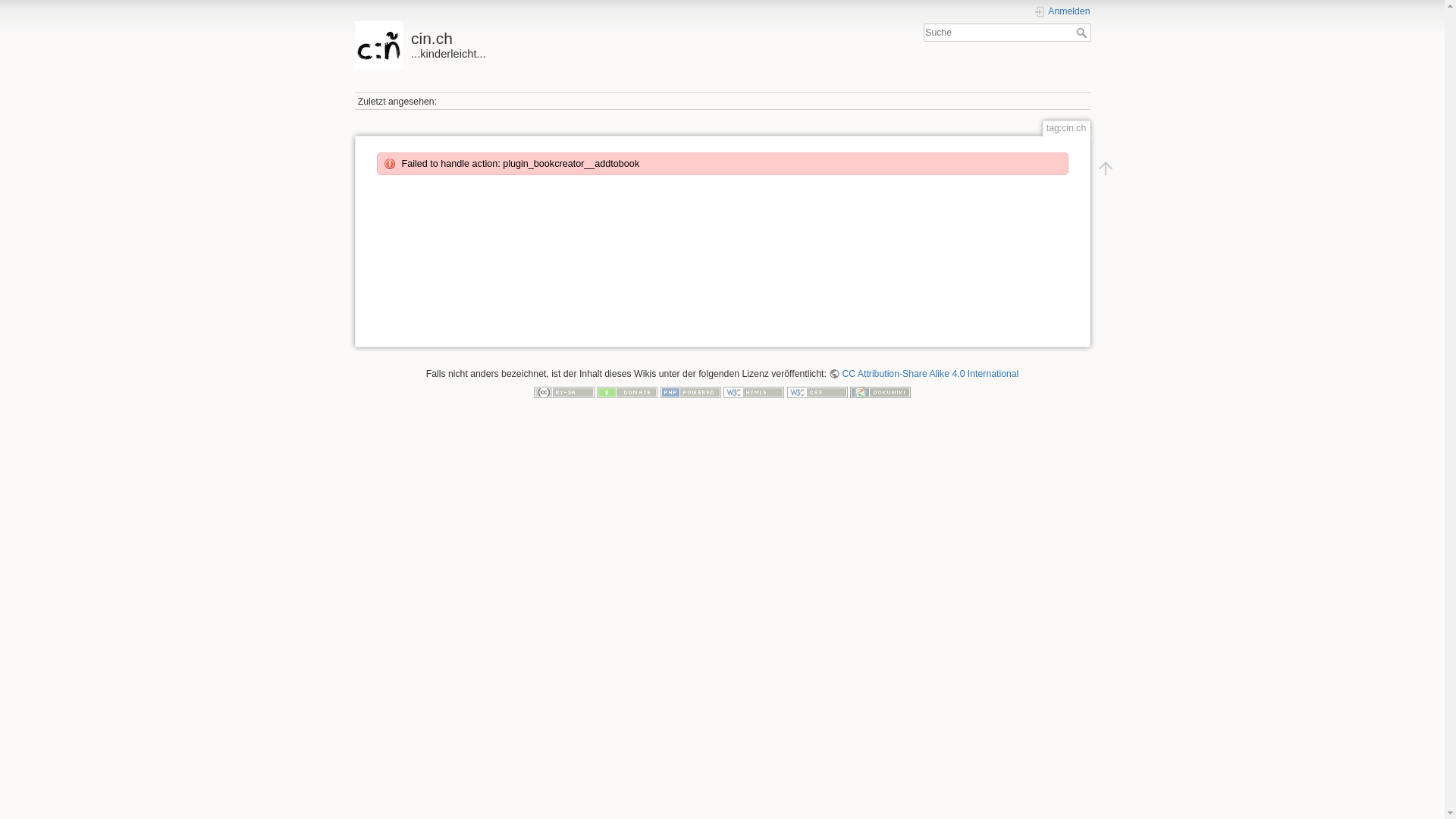  Describe the element at coordinates (1061, 11) in the screenshot. I see `'Anmelden'` at that location.